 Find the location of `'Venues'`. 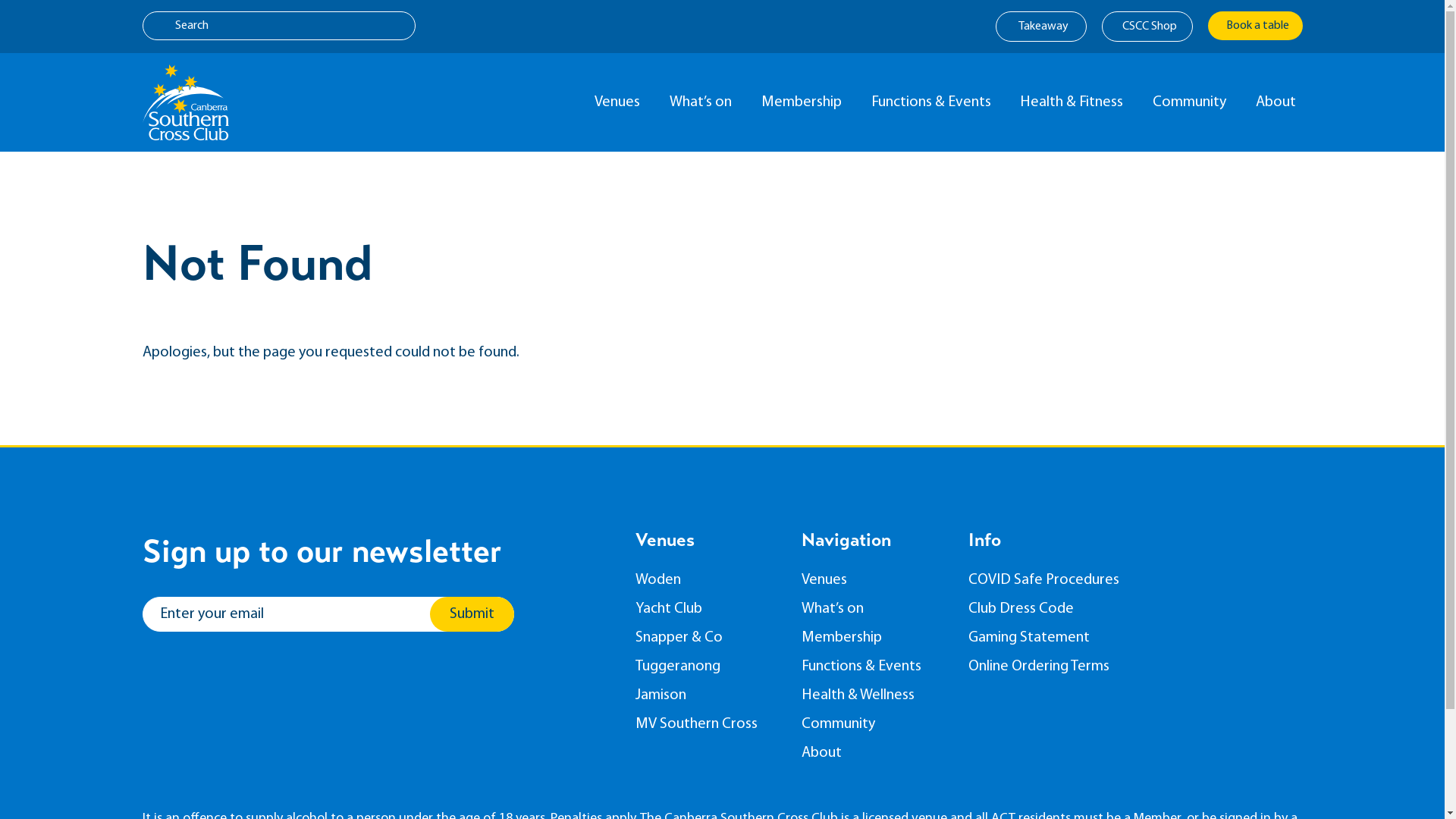

'Venues' is located at coordinates (620, 102).